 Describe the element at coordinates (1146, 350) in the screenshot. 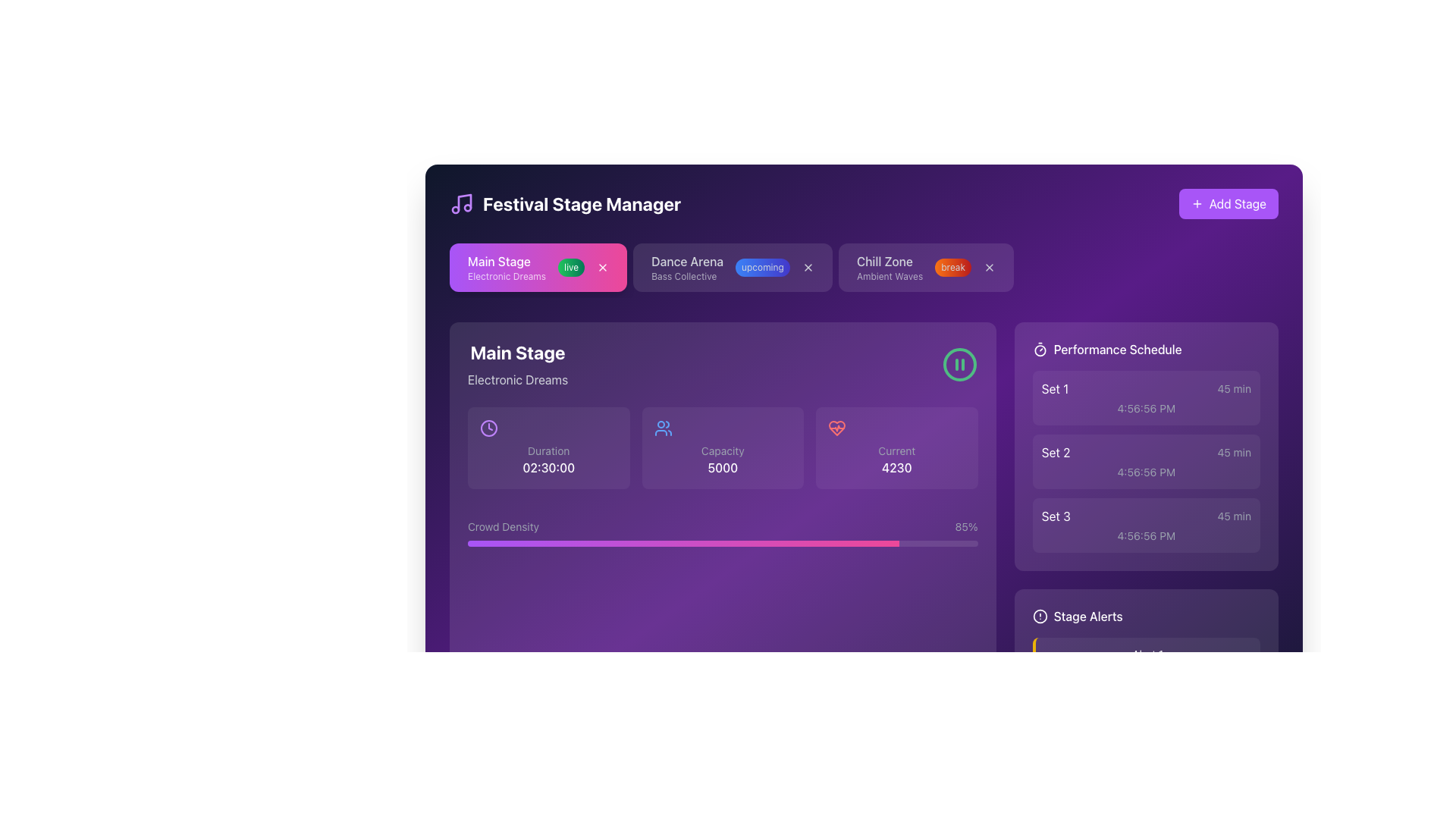

I see `the timer icon adjacent to the 'Performance Schedule' label` at that location.